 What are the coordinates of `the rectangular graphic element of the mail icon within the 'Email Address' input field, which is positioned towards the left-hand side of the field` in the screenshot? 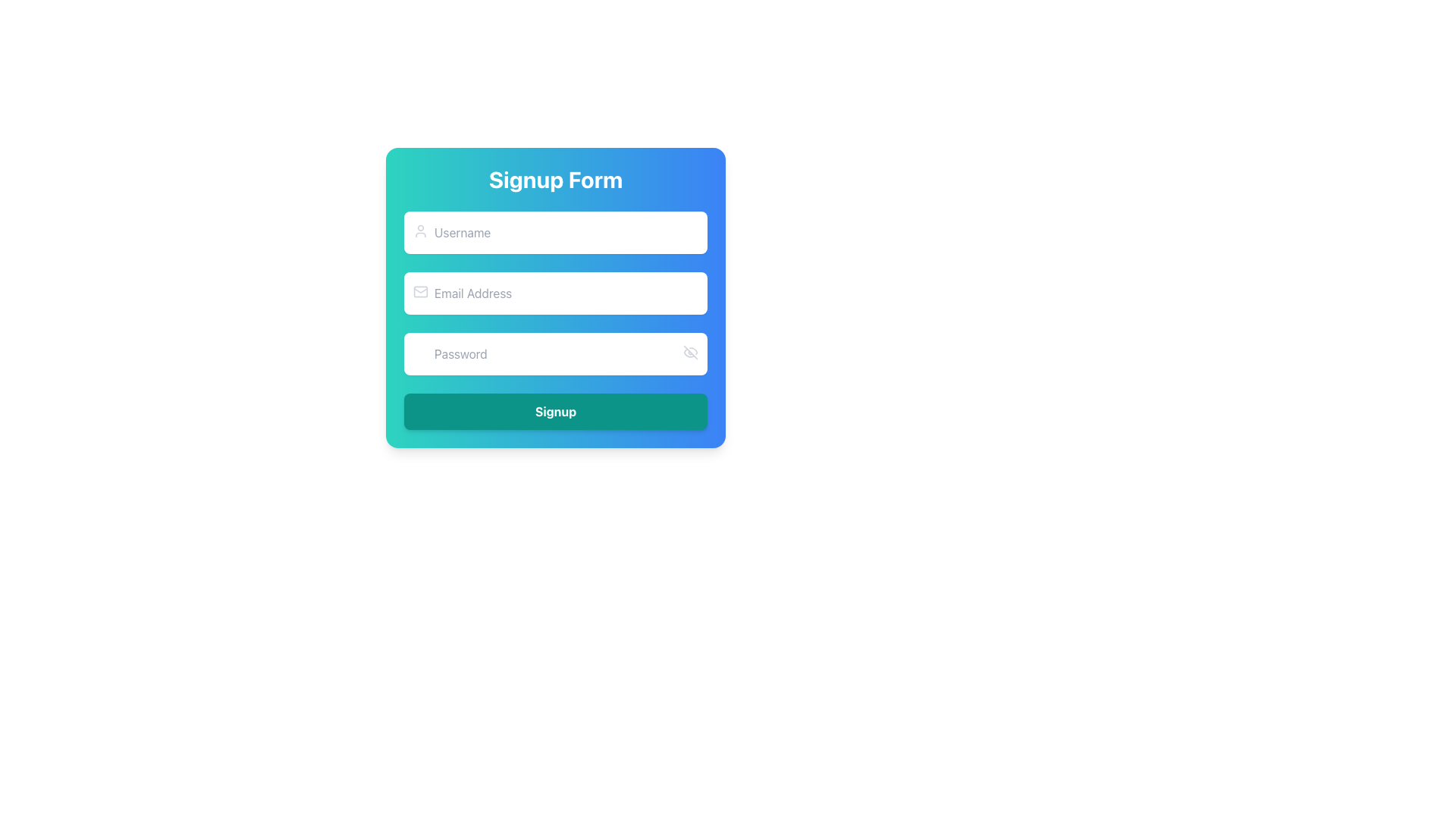 It's located at (421, 292).